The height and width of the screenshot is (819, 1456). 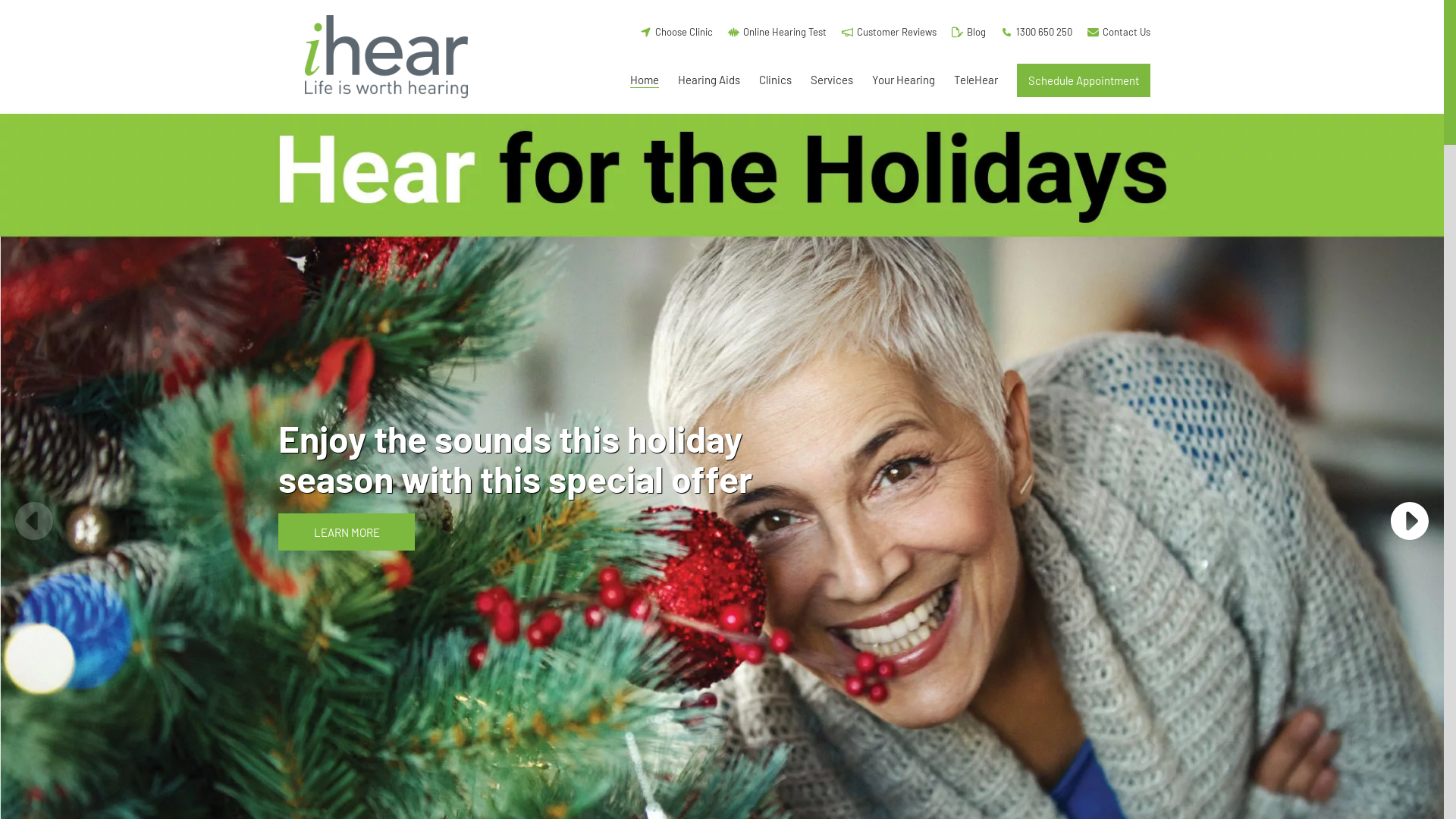 What do you see at coordinates (708, 80) in the screenshot?
I see `'Hearing Aids'` at bounding box center [708, 80].